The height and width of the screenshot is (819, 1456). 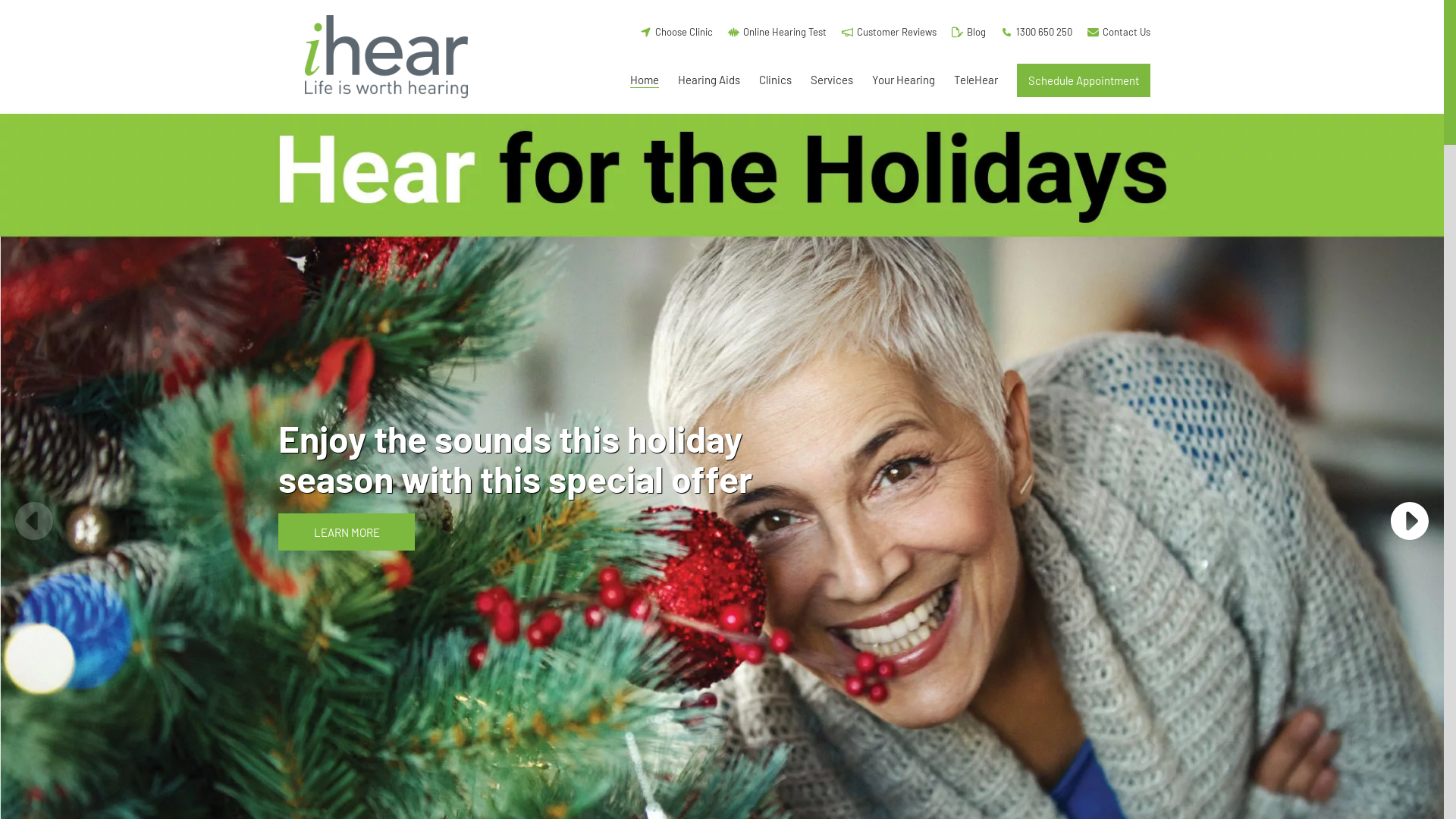 What do you see at coordinates (708, 80) in the screenshot?
I see `'Hearing Aids'` at bounding box center [708, 80].